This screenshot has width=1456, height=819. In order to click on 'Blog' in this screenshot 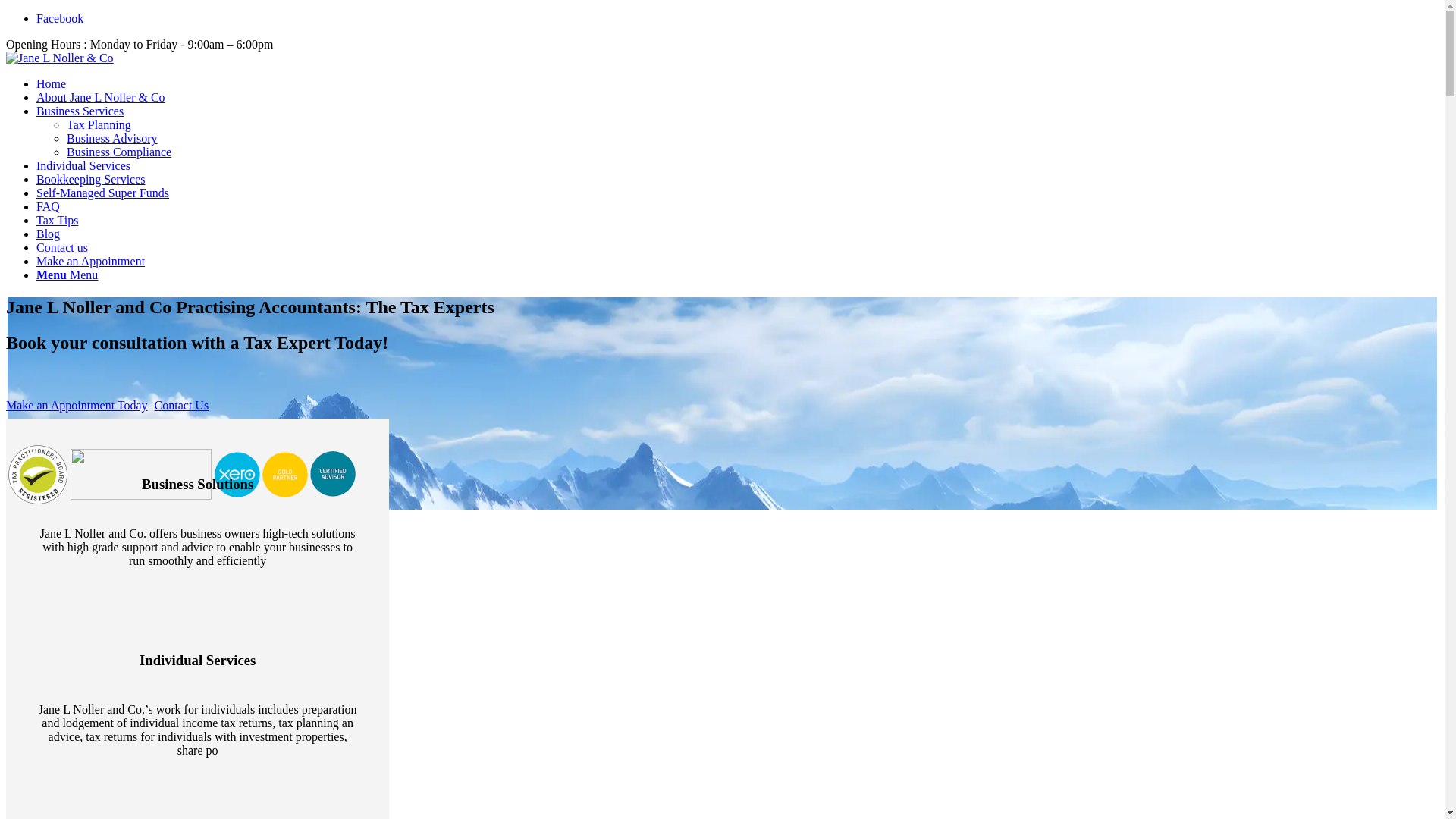, I will do `click(48, 234)`.